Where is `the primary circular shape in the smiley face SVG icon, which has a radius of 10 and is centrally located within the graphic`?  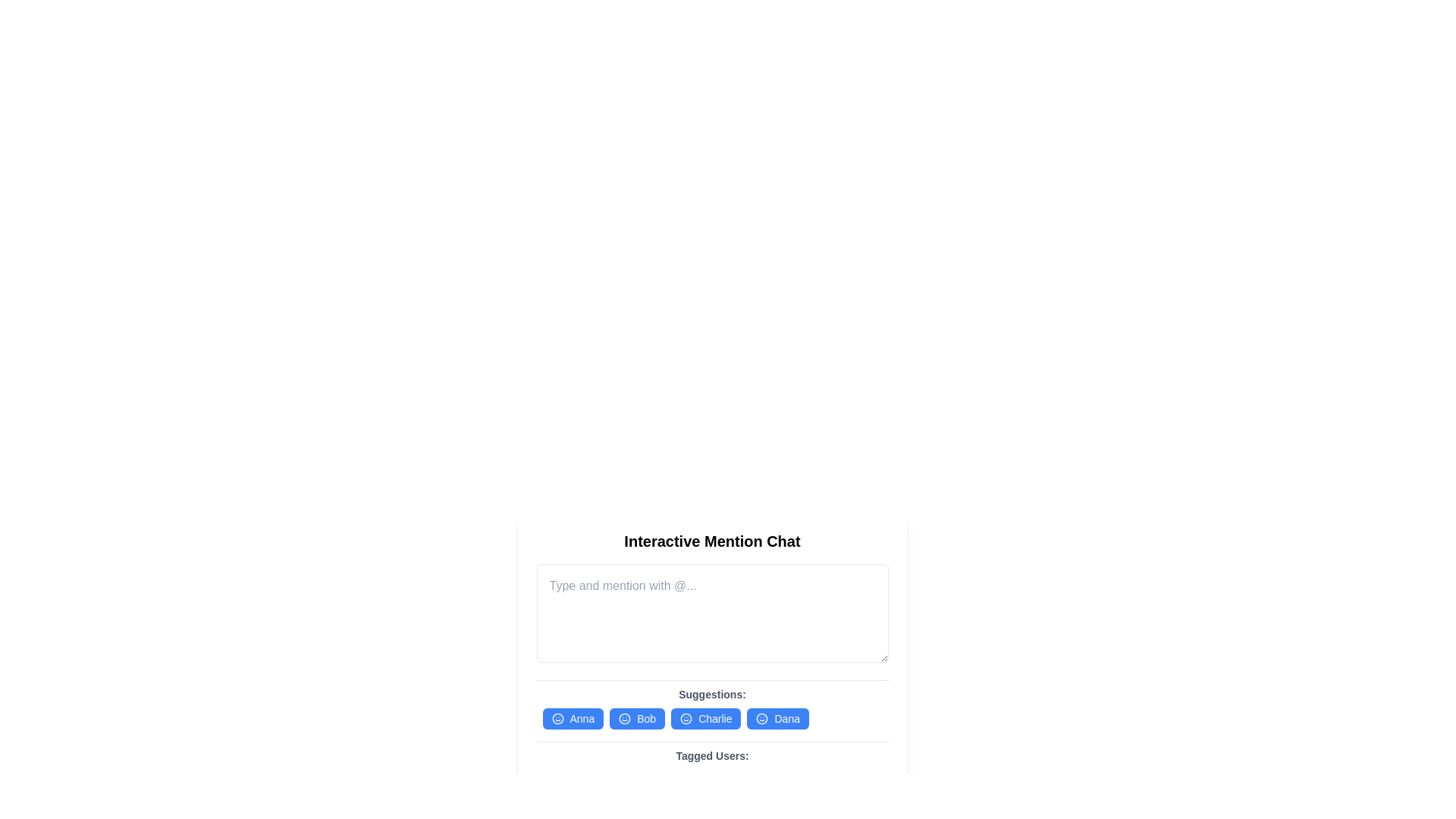
the primary circular shape in the smiley face SVG icon, which has a radius of 10 and is centrally located within the graphic is located at coordinates (762, 718).